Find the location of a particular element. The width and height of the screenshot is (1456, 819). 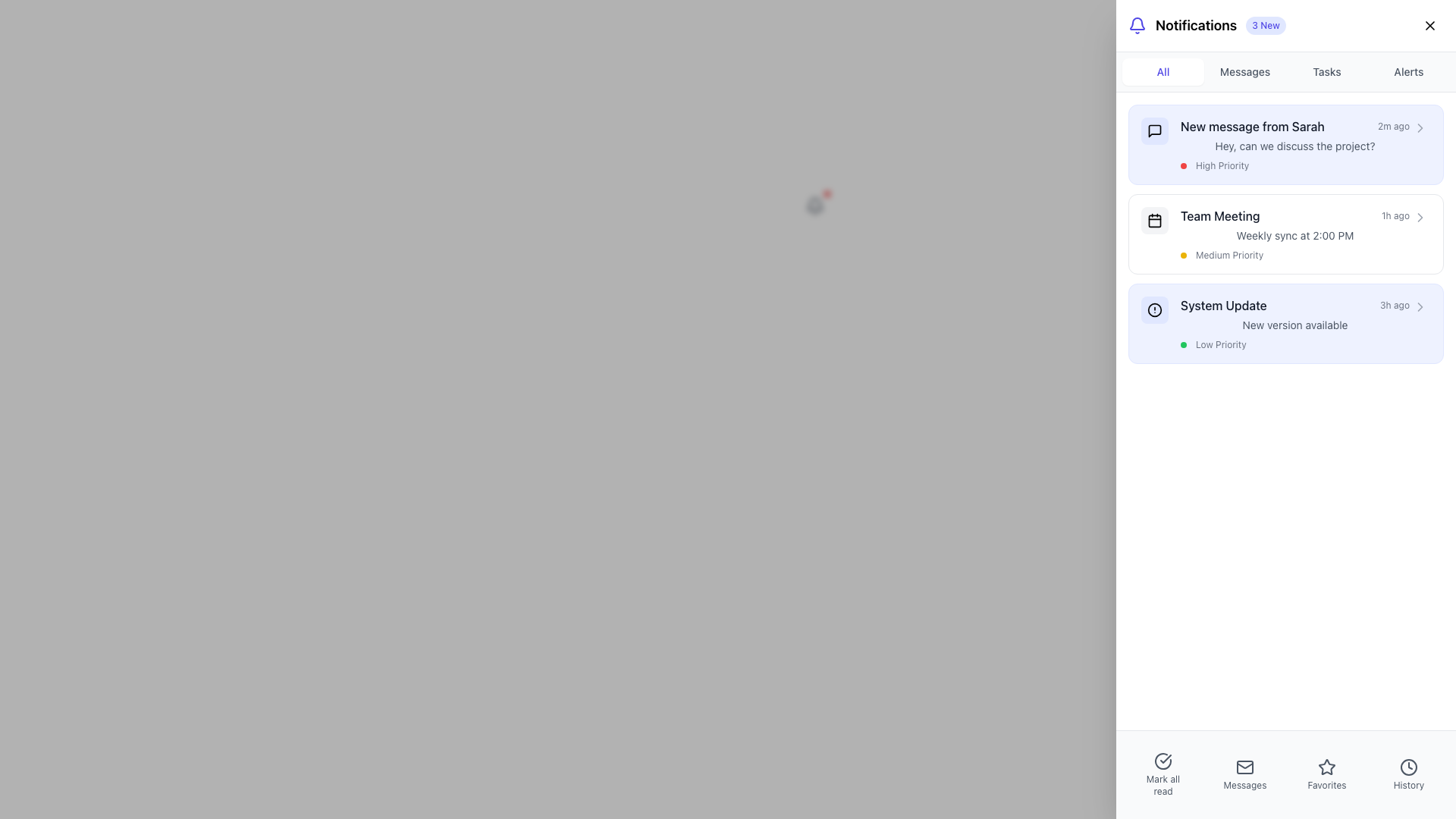

keyboard focus is located at coordinates (1153, 130).